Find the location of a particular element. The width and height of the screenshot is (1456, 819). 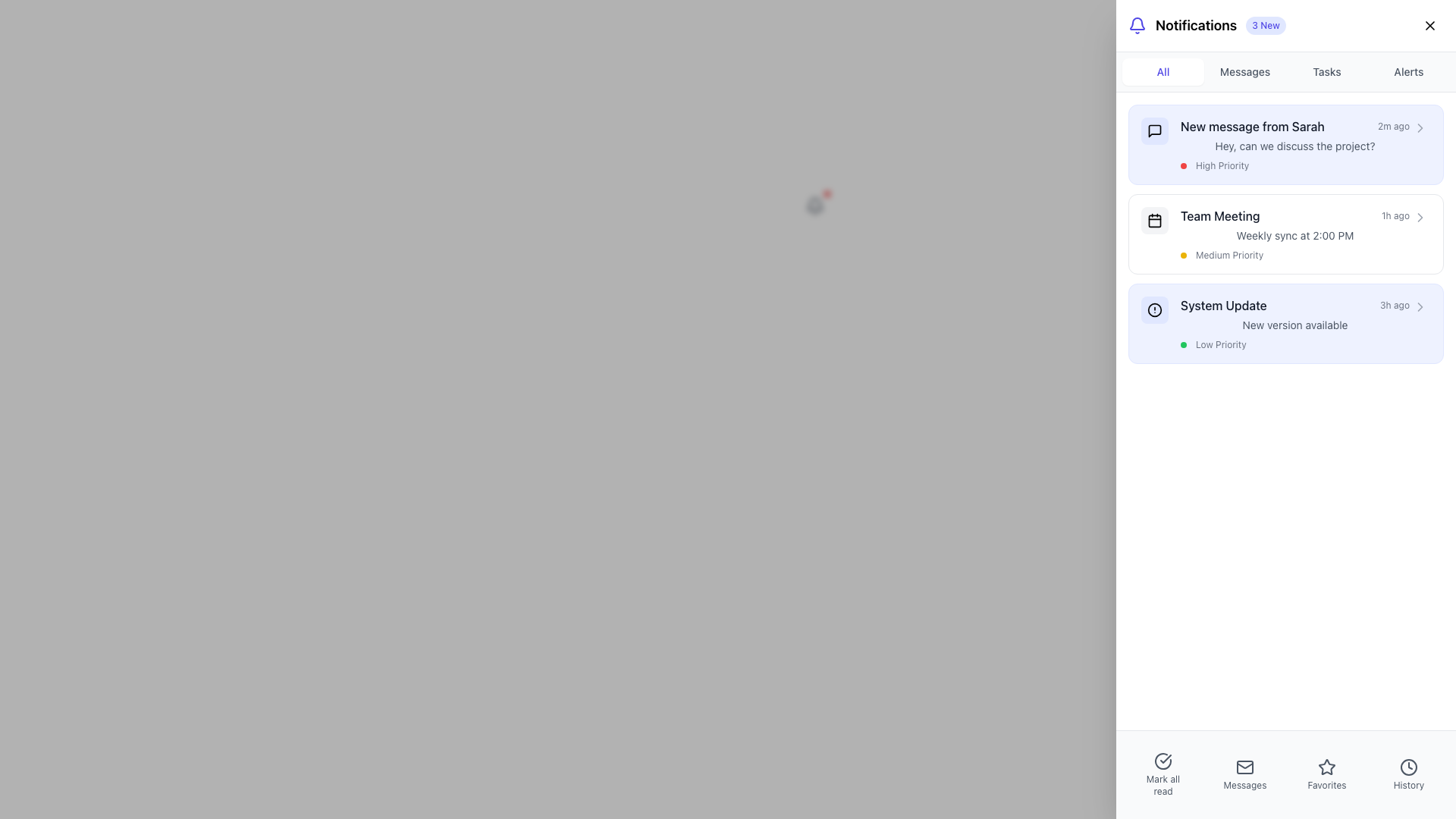

keyboard focus is located at coordinates (1153, 130).